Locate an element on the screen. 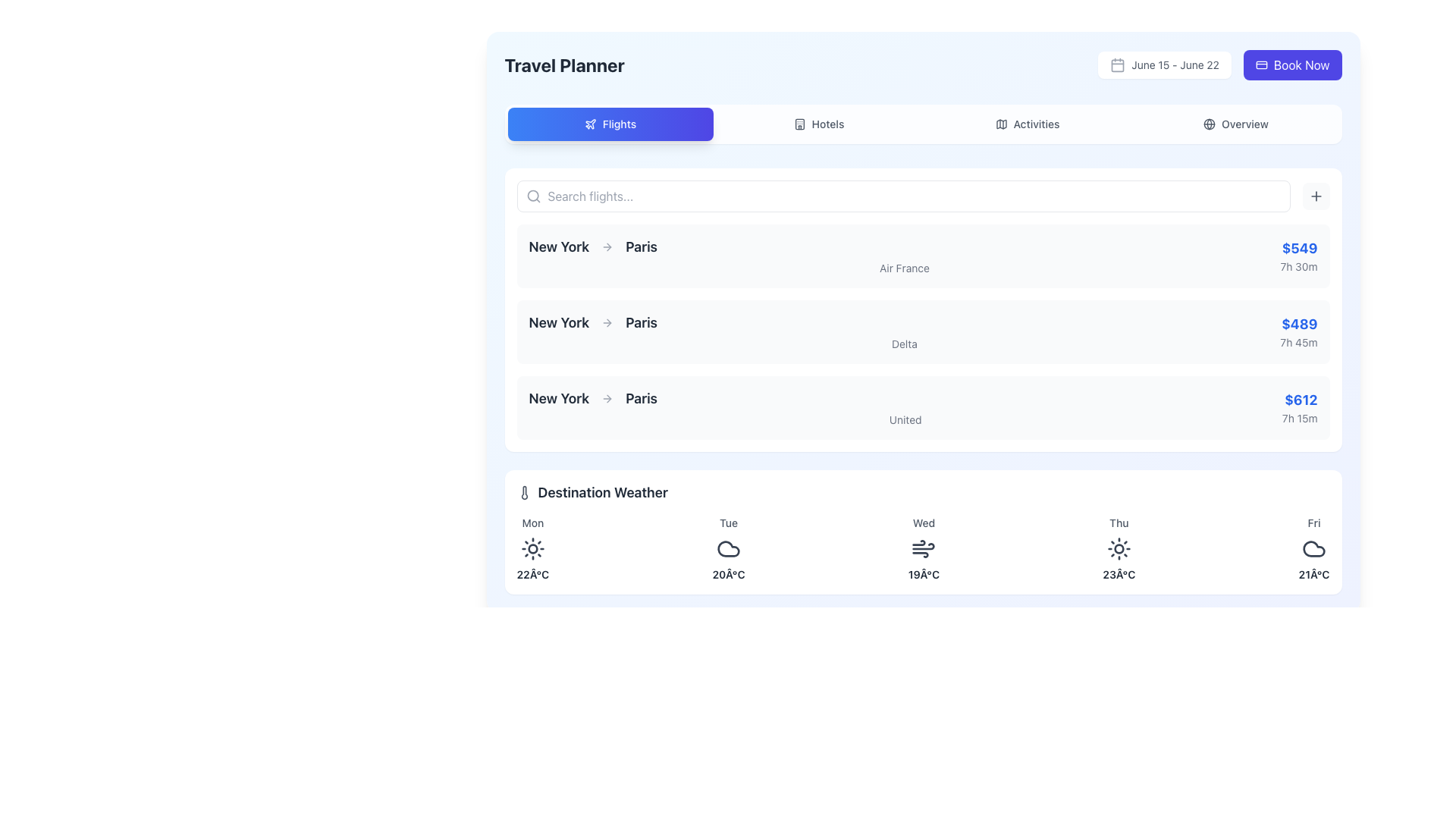 The width and height of the screenshot is (1456, 819). the circular SVG element representing the sun icon located in the 'Thu' column of the 'Destination Weather' section is located at coordinates (1119, 549).